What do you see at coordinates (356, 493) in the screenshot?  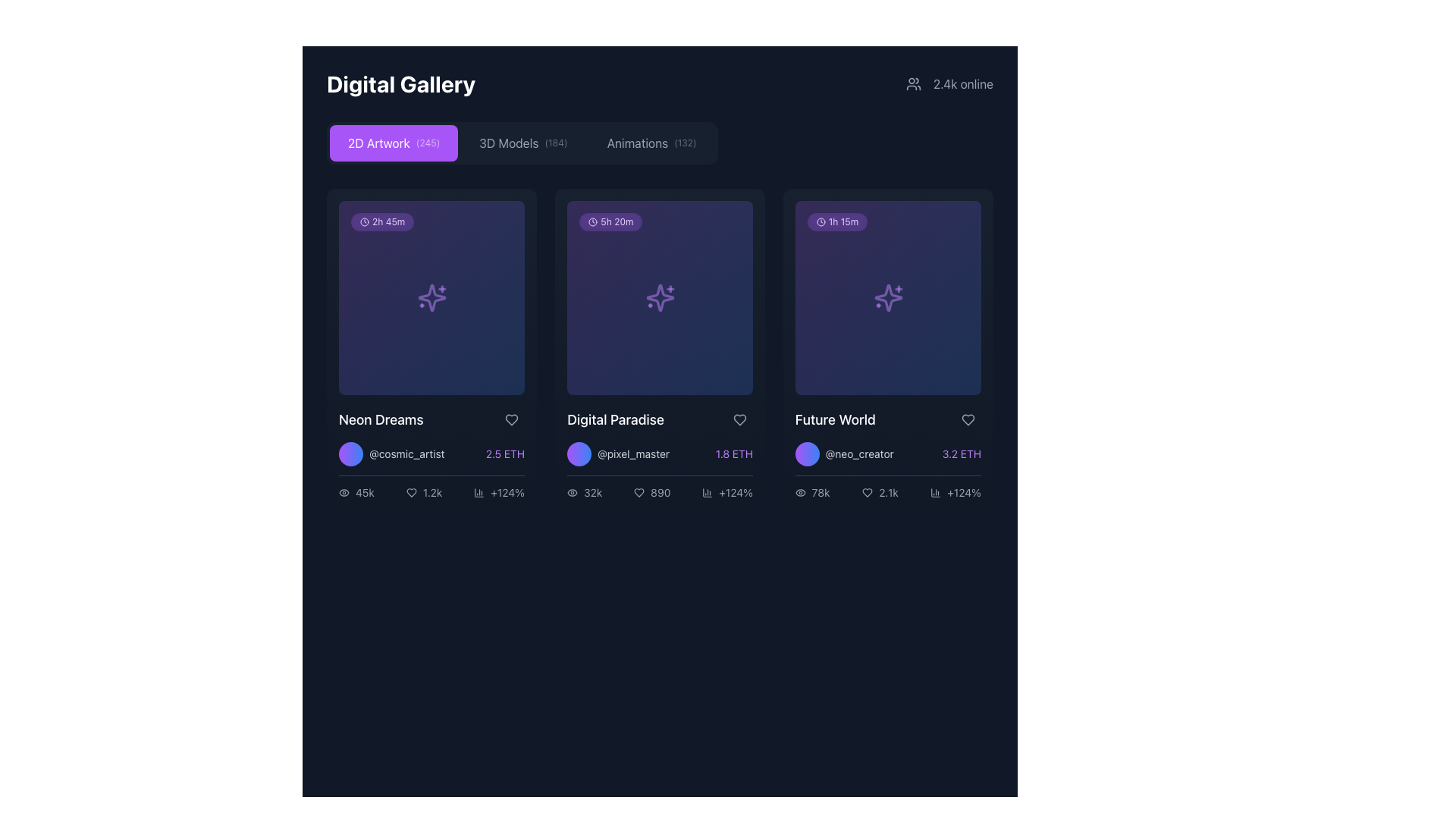 I see `the read-only statistical display element that shows the value '45k' next to an eye icon, located in the lower section of the 'Neon Dreams' card` at bounding box center [356, 493].